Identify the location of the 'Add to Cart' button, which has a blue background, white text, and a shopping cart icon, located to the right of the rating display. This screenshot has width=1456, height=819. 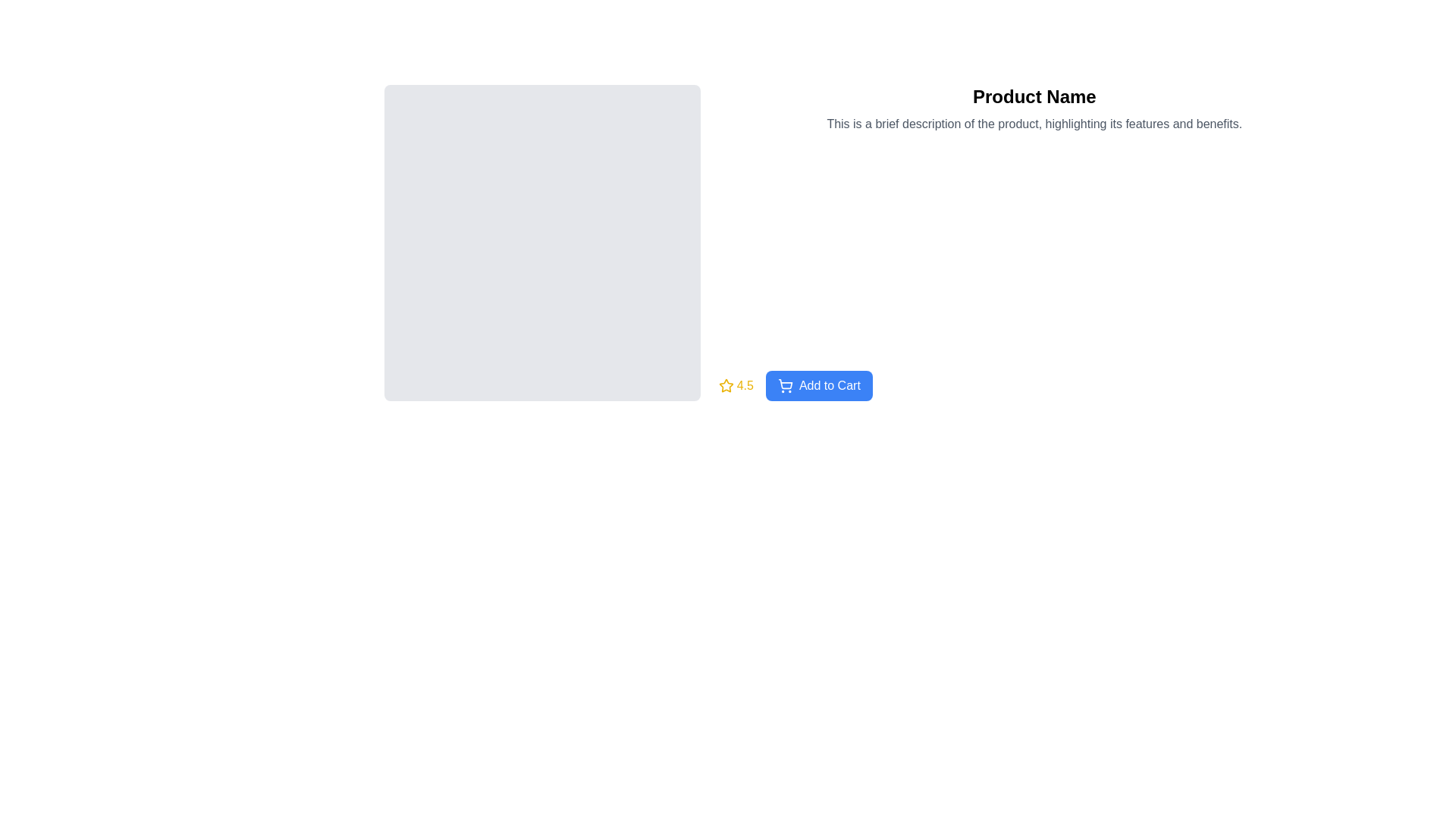
(818, 384).